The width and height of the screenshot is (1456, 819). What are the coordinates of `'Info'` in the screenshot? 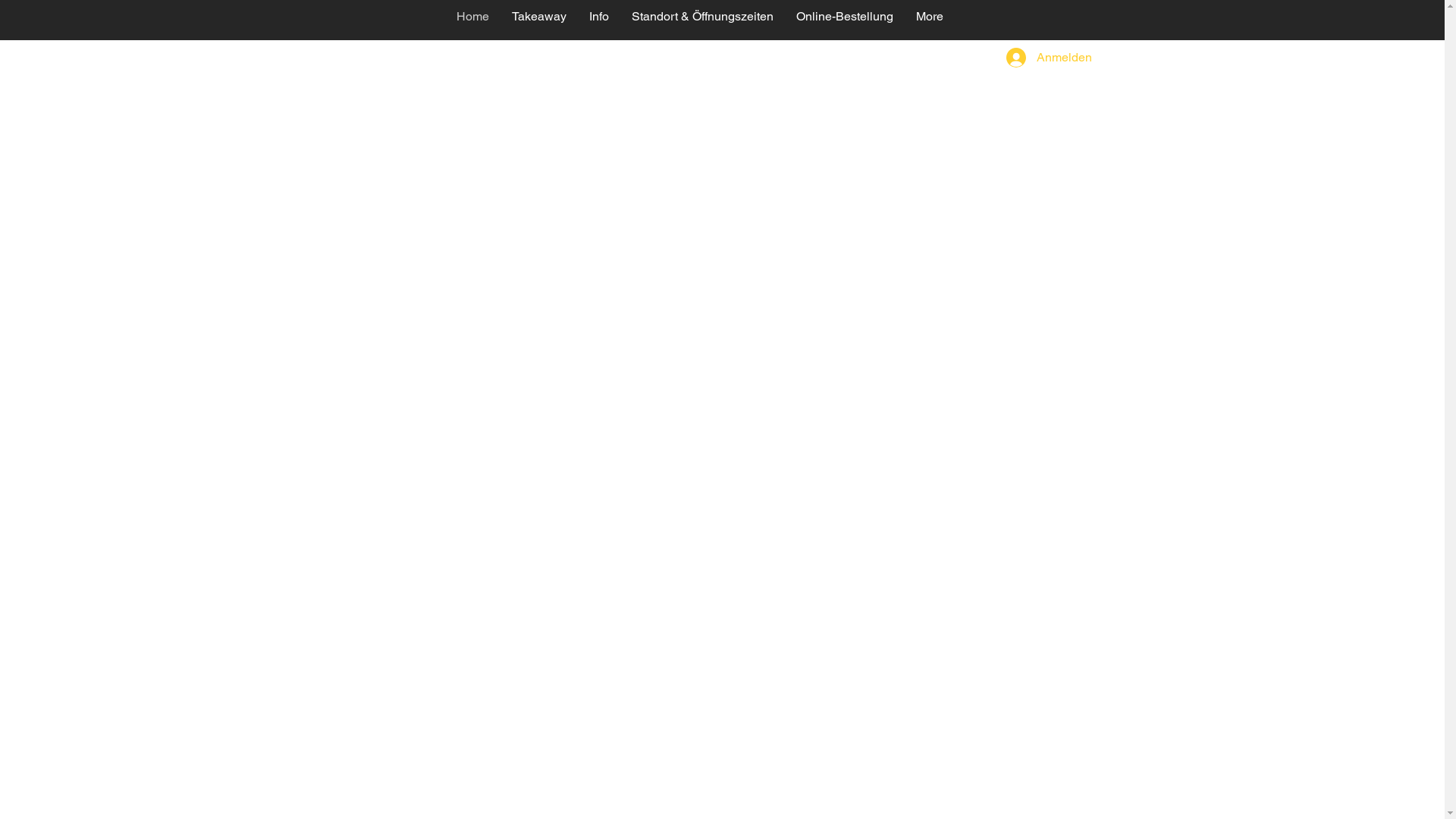 It's located at (577, 19).